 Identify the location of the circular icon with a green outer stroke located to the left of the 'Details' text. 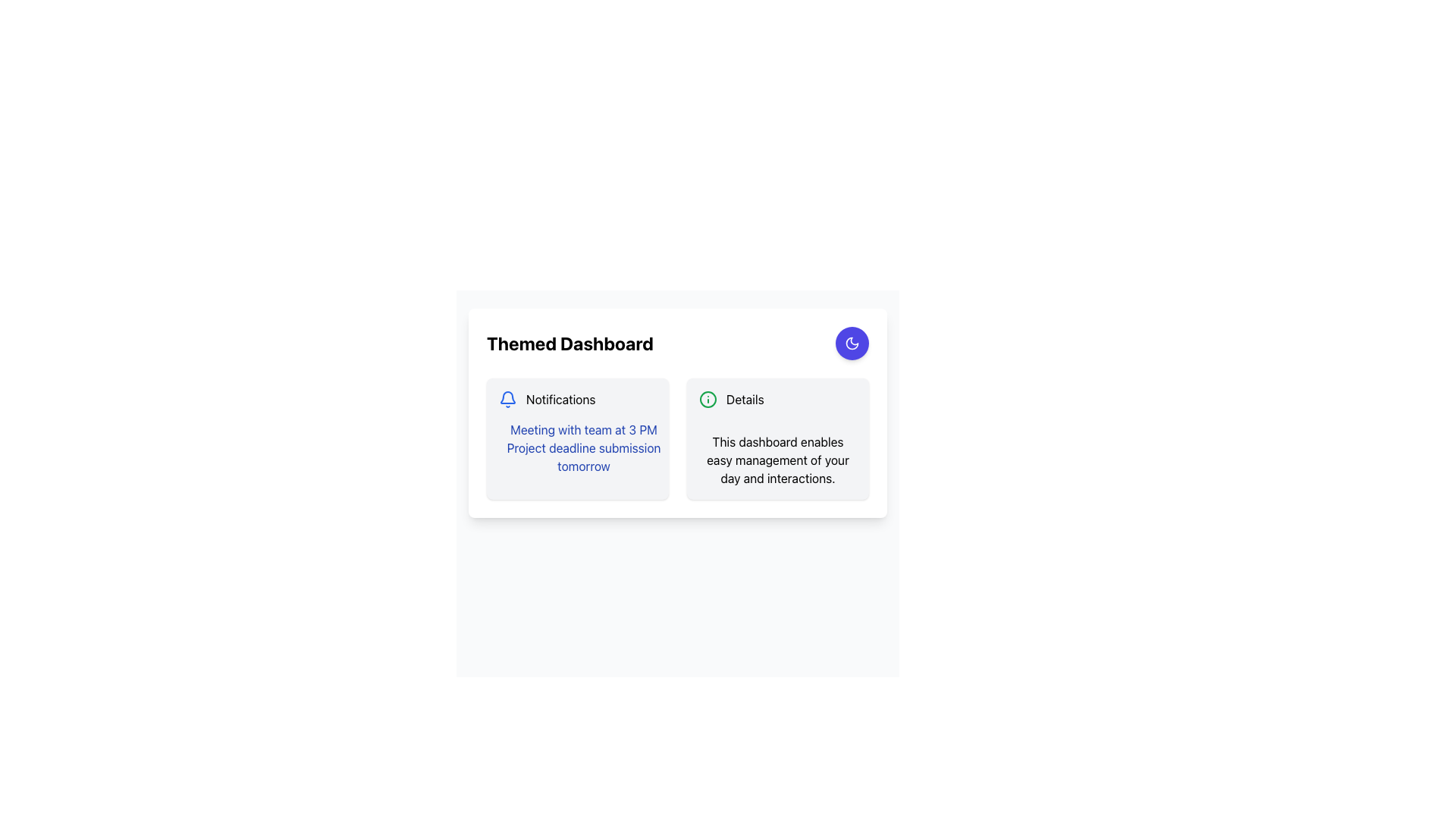
(708, 399).